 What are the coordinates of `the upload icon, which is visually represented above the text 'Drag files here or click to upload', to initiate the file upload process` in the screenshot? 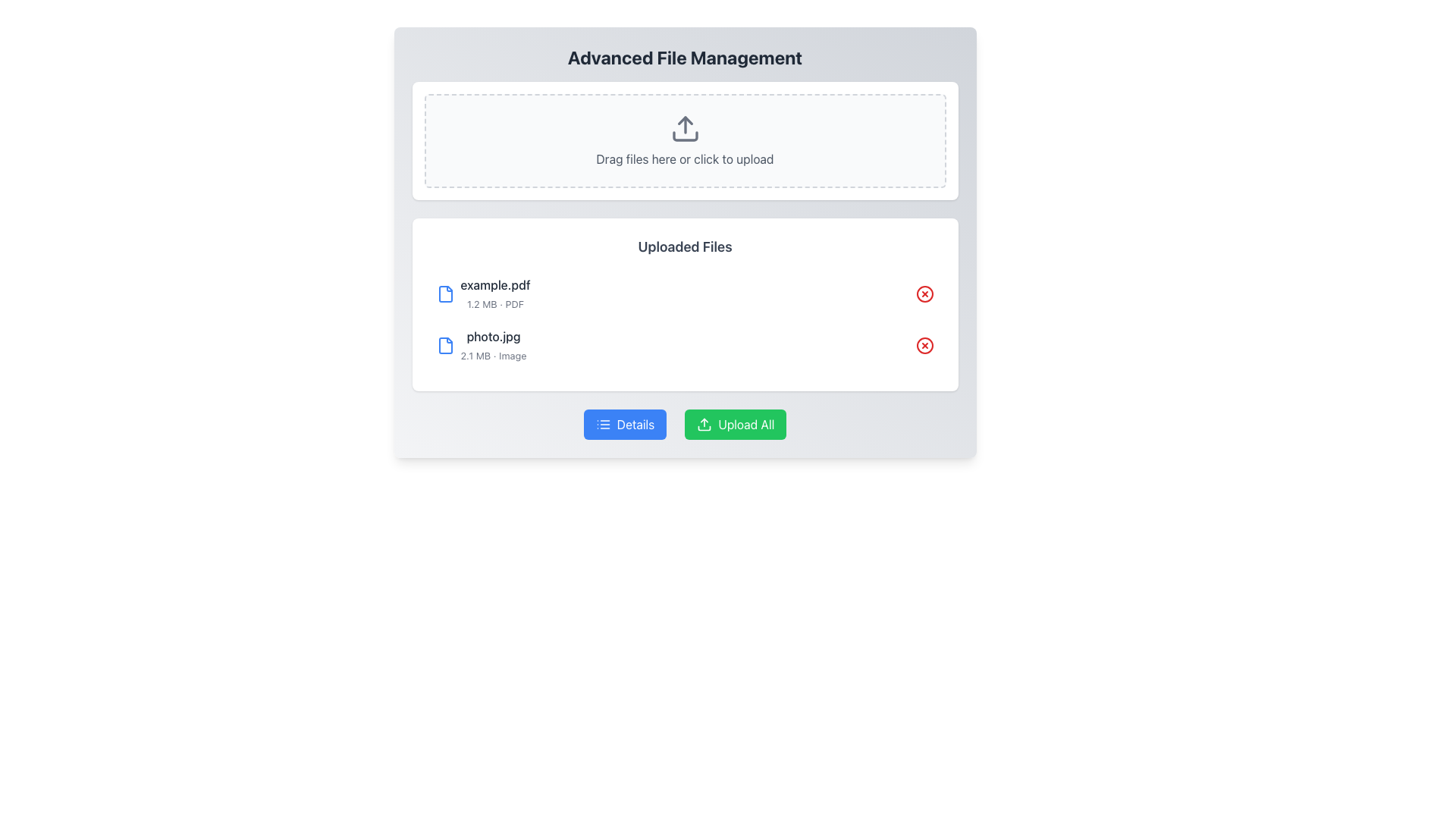 It's located at (684, 127).